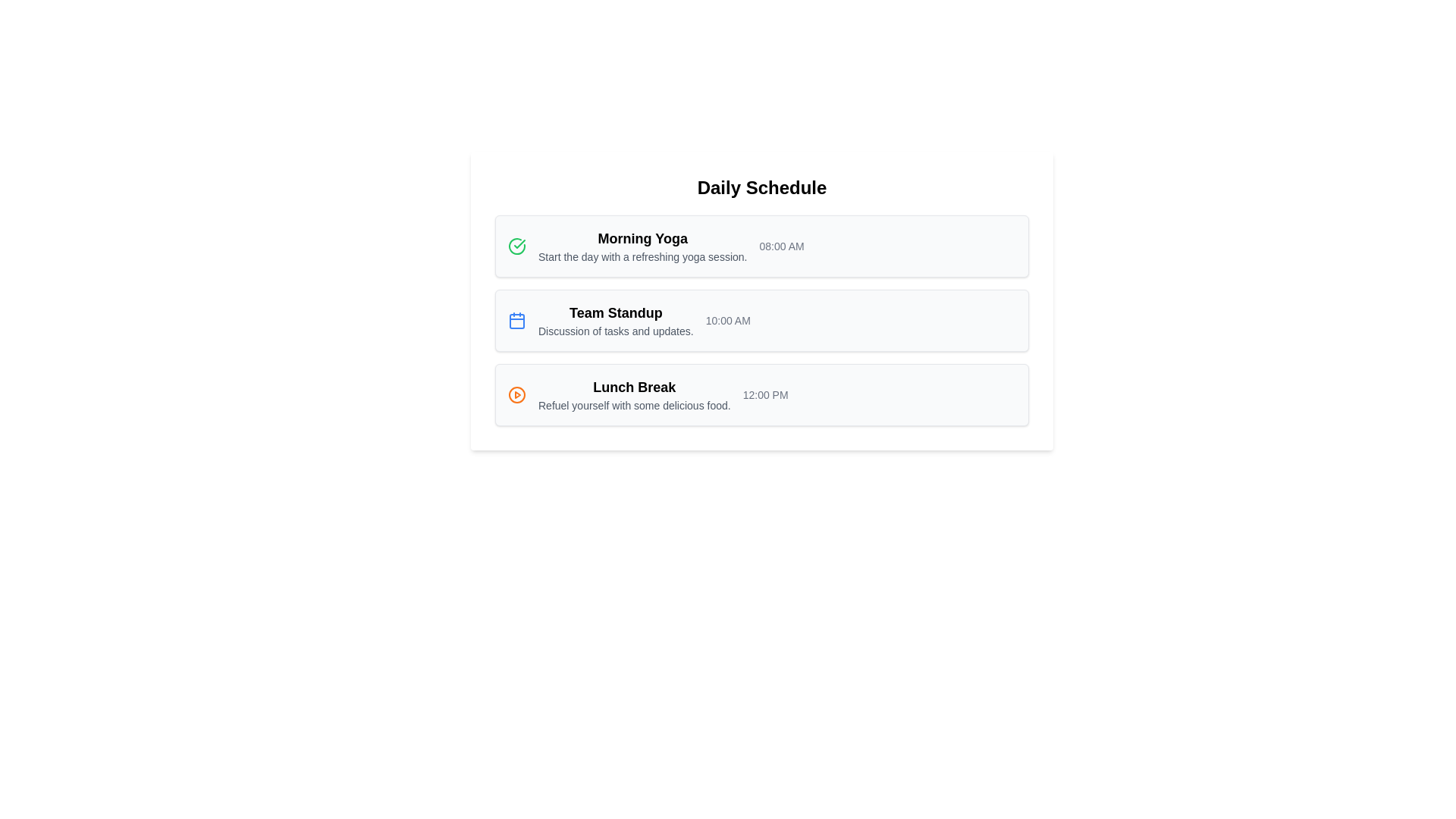 The height and width of the screenshot is (819, 1456). Describe the element at coordinates (516, 394) in the screenshot. I see `the circular orange play icon located at the leftmost side of the 'Lunch Break' row` at that location.